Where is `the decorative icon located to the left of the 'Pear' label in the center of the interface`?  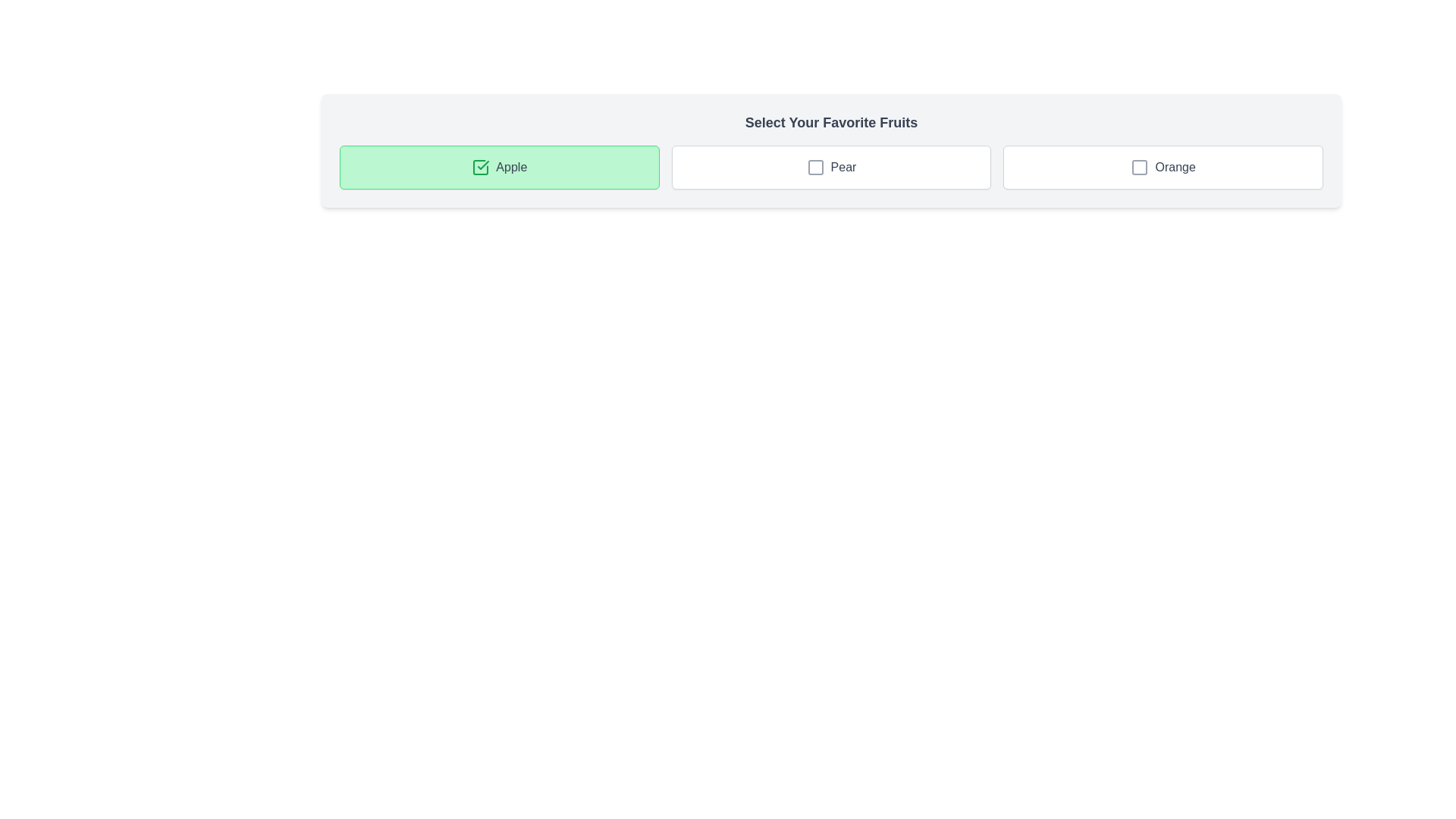 the decorative icon located to the left of the 'Pear' label in the center of the interface is located at coordinates (814, 167).